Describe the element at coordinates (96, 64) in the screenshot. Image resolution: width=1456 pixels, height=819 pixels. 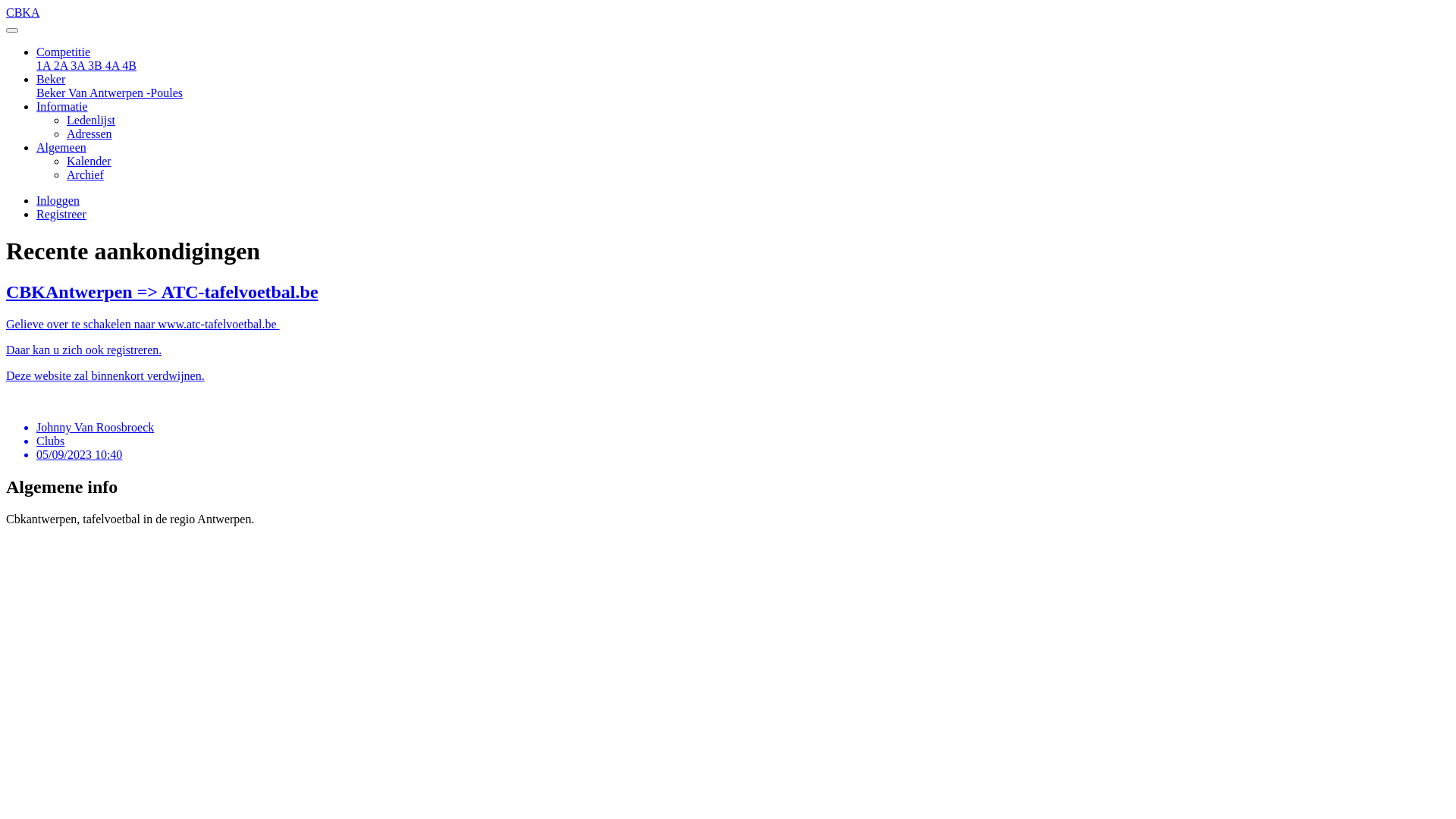
I see `'3B'` at that location.